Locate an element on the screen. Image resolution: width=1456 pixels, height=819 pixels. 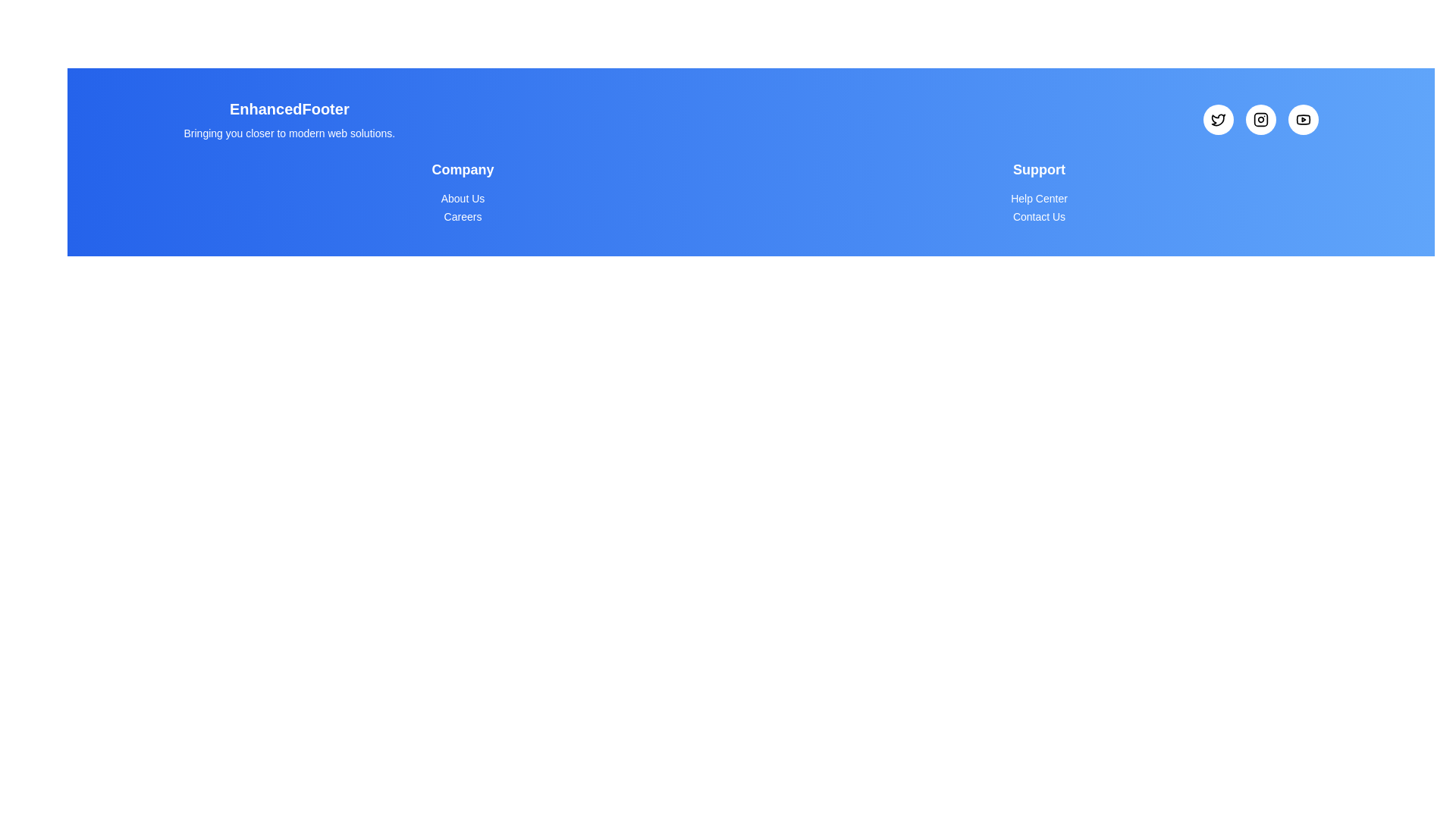
the 'About Us' hyperlink in the footer section to visualize the hover effect that underlines the text is located at coordinates (462, 198).